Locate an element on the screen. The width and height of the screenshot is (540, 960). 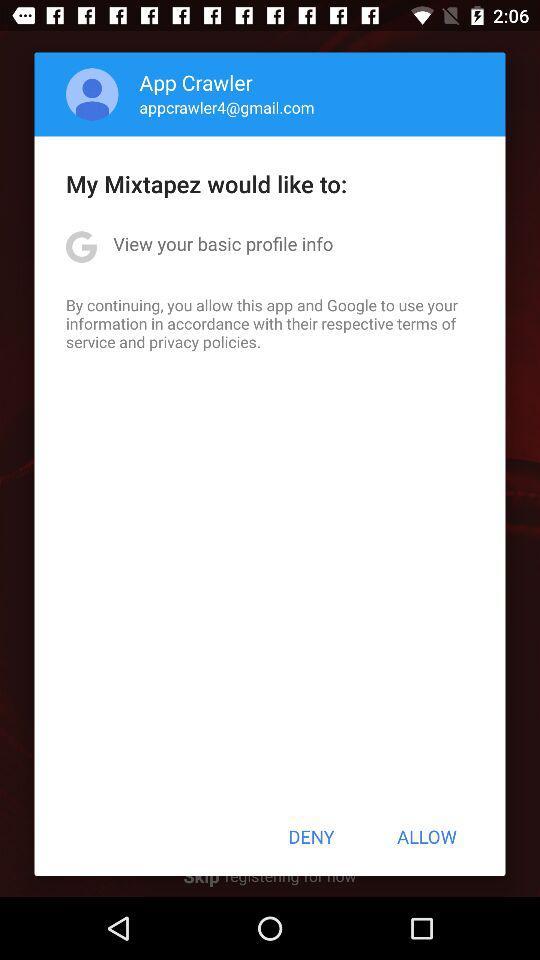
app next to the app crawler is located at coordinates (91, 94).